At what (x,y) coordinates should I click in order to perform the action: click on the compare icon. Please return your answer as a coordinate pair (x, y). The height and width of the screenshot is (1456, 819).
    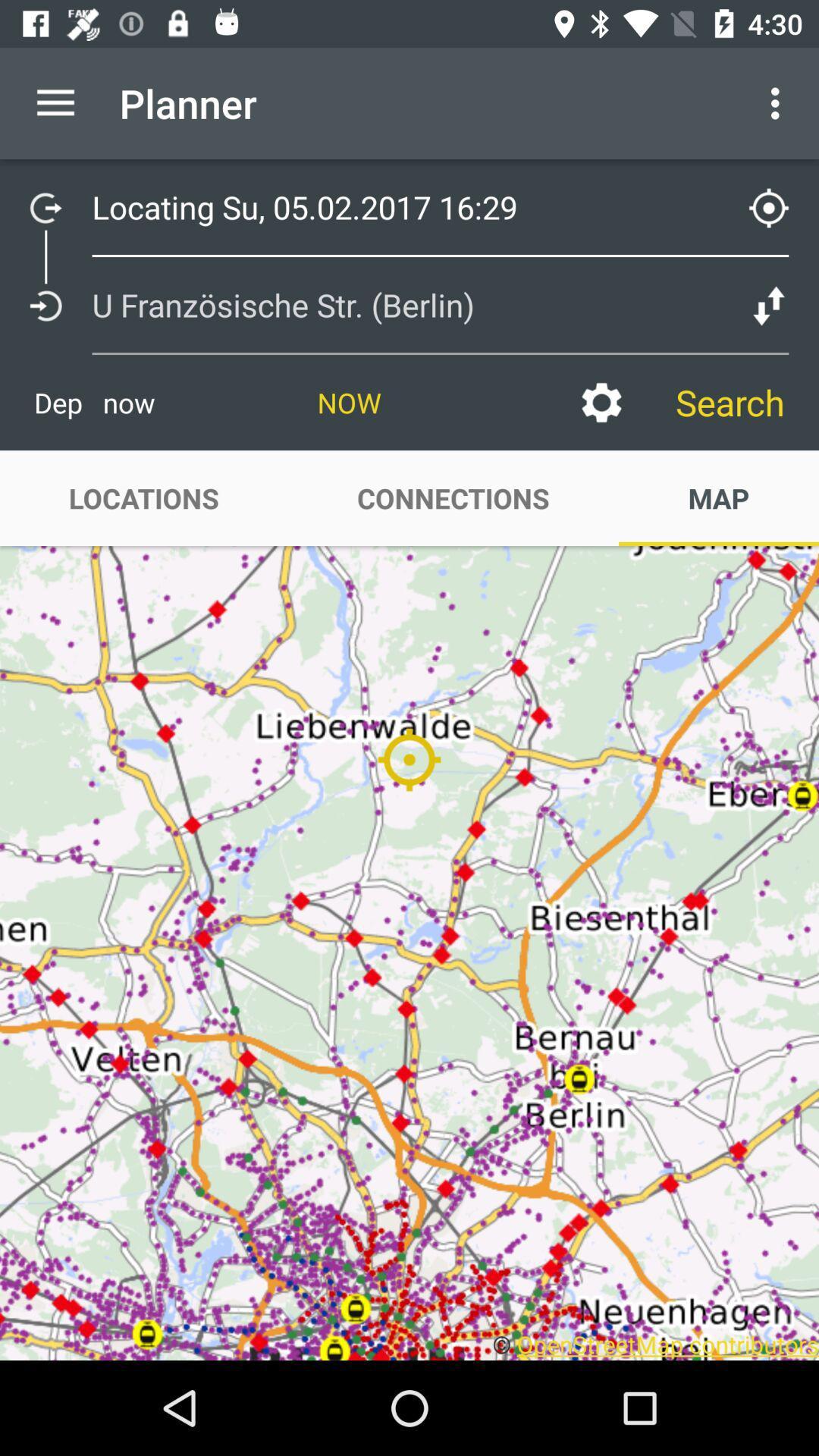
    Looking at the image, I should click on (769, 305).